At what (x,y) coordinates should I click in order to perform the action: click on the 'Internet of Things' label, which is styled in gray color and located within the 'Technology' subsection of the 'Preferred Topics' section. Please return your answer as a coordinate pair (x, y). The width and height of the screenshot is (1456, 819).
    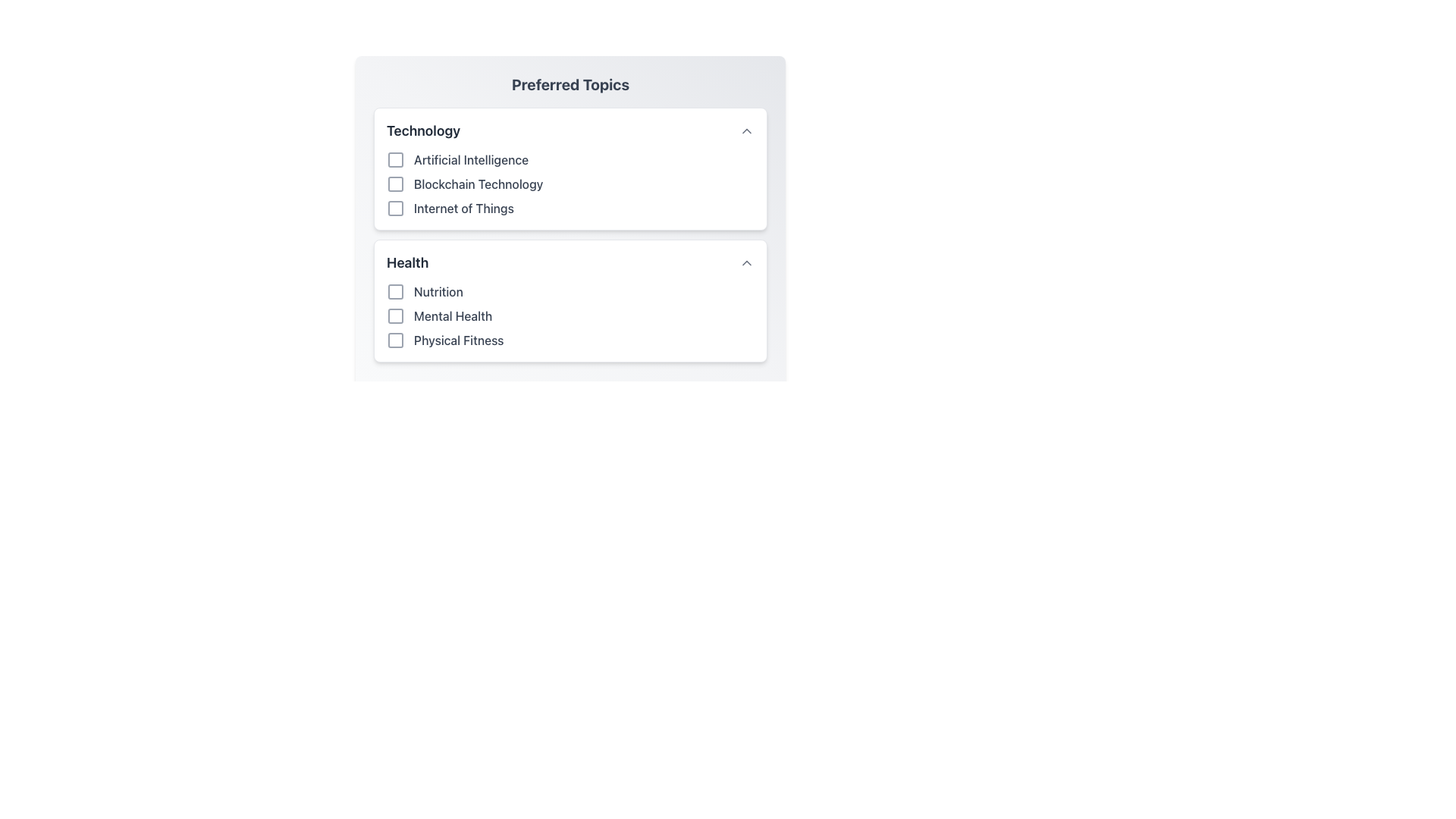
    Looking at the image, I should click on (463, 208).